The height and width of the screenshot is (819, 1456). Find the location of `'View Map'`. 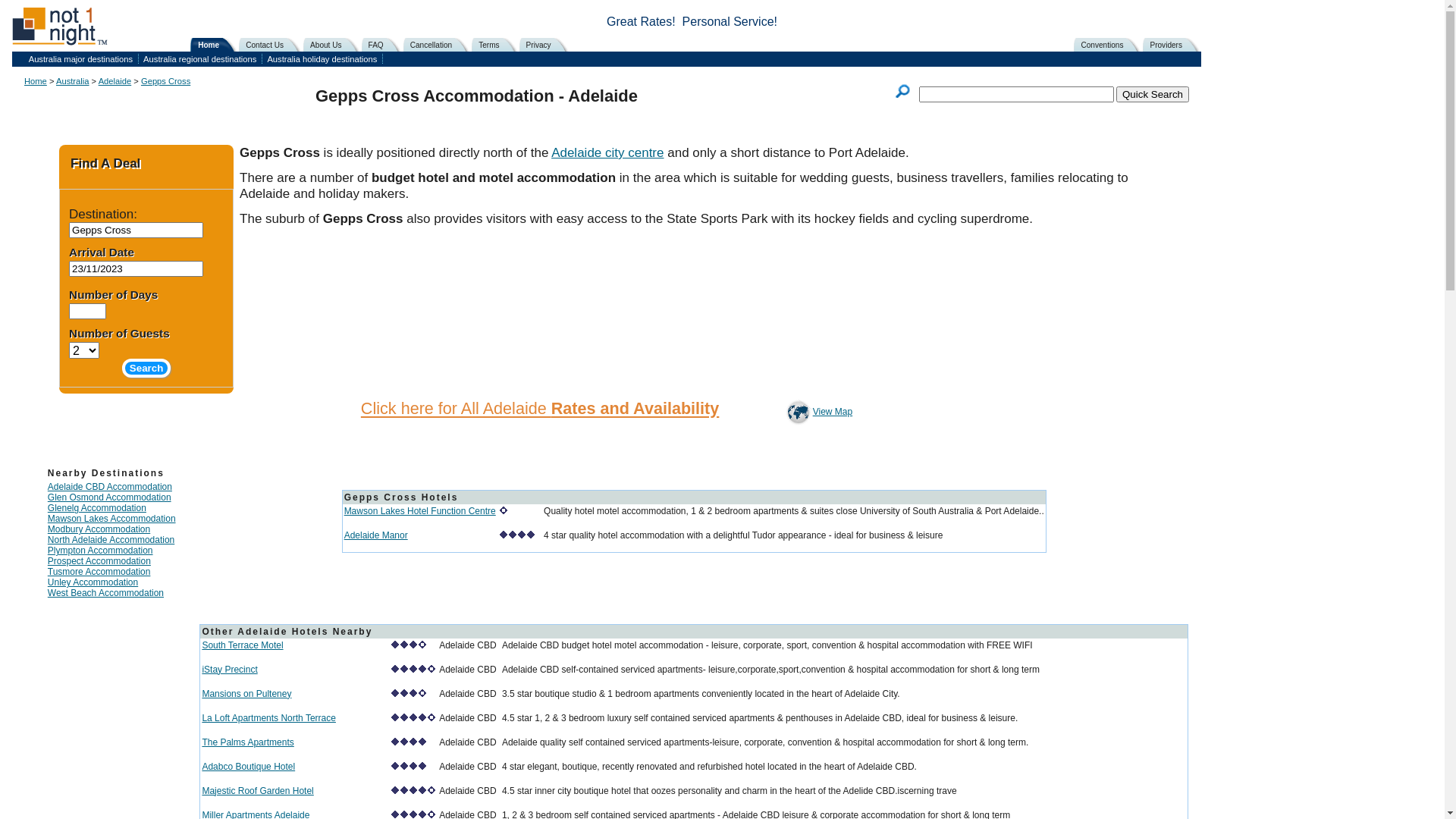

'View Map' is located at coordinates (796, 412).